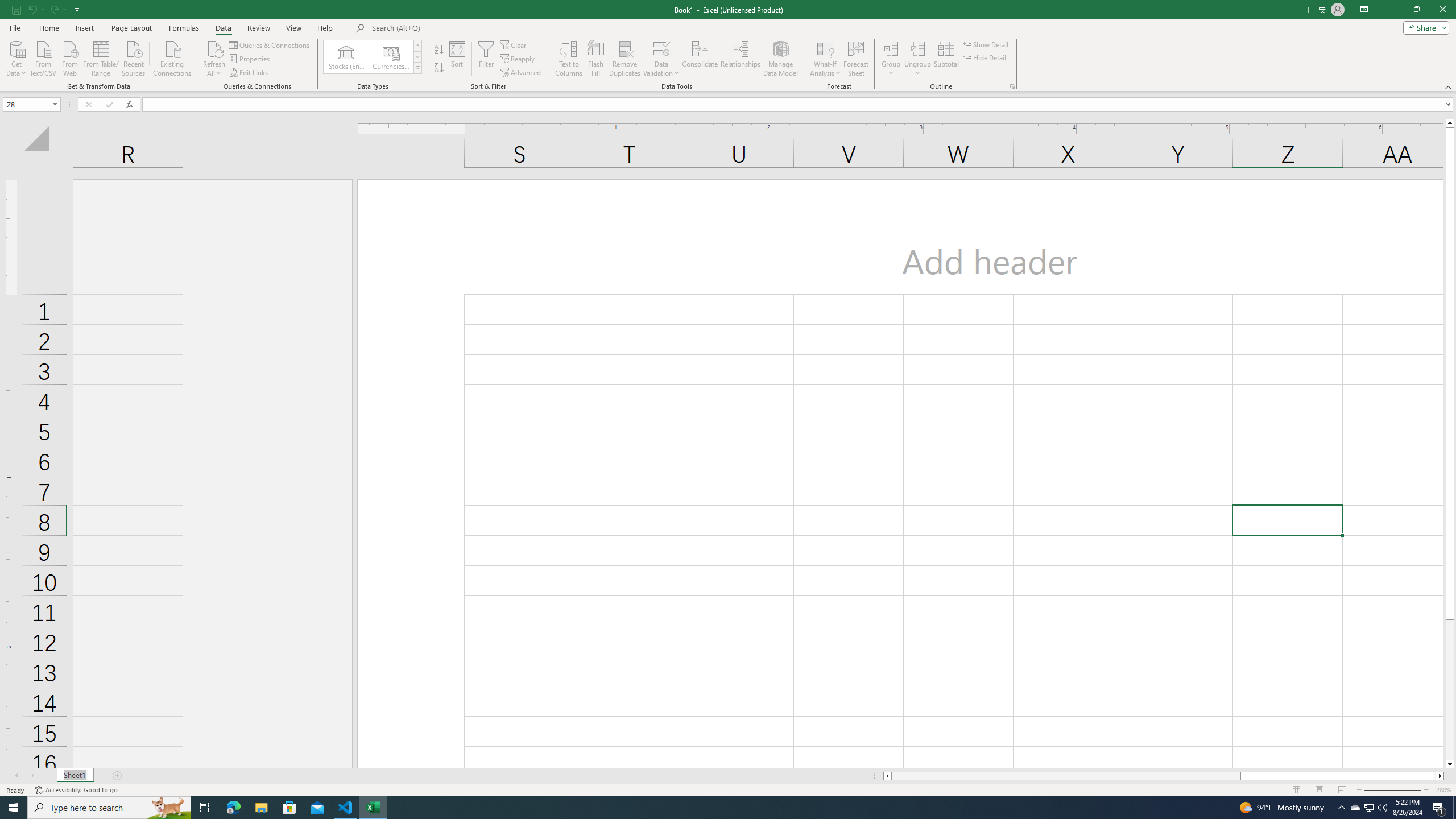  What do you see at coordinates (390, 56) in the screenshot?
I see `'Currencies (English)'` at bounding box center [390, 56].